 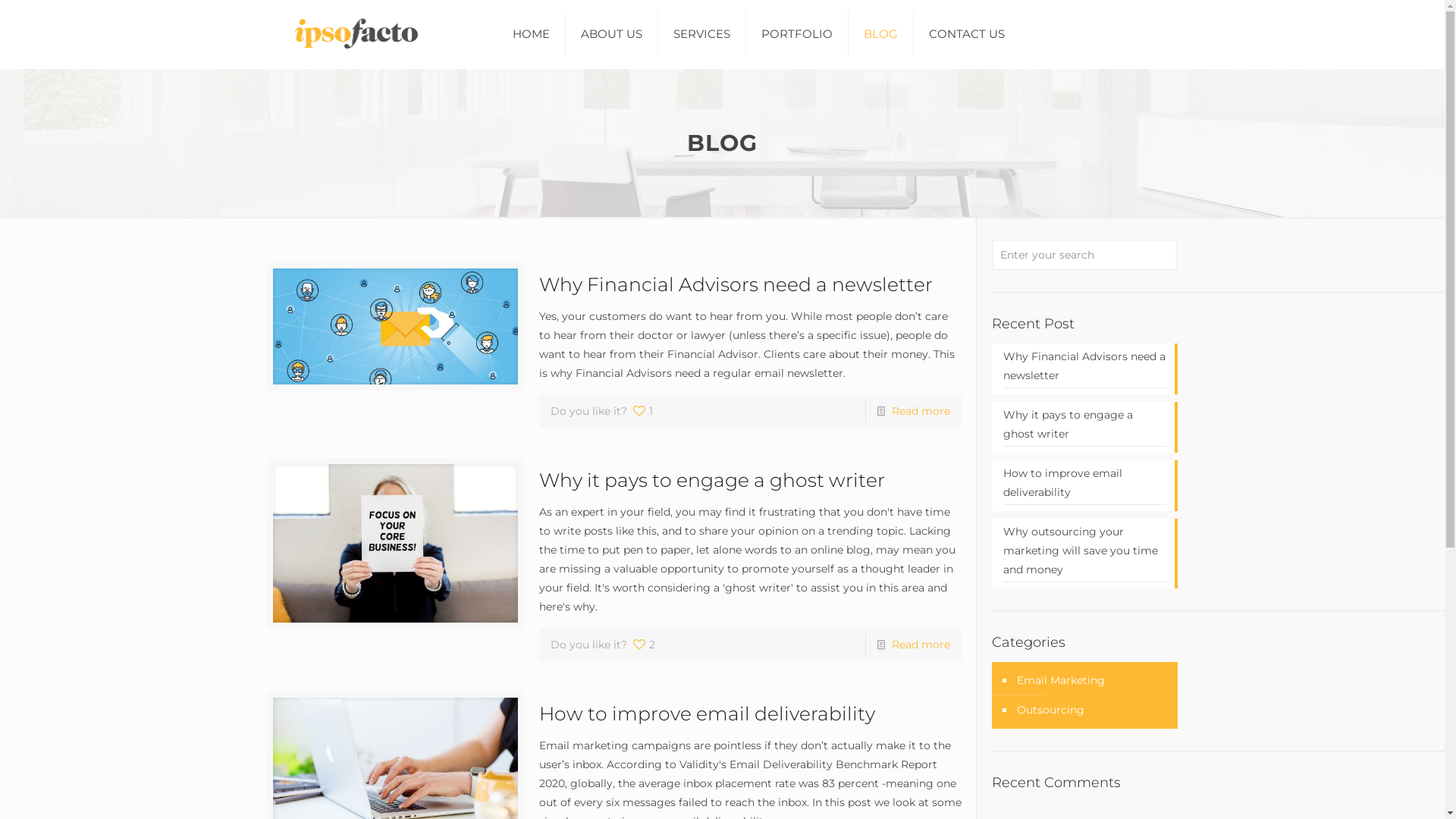 I want to click on 'PORTFOLIO', so click(x=796, y=34).